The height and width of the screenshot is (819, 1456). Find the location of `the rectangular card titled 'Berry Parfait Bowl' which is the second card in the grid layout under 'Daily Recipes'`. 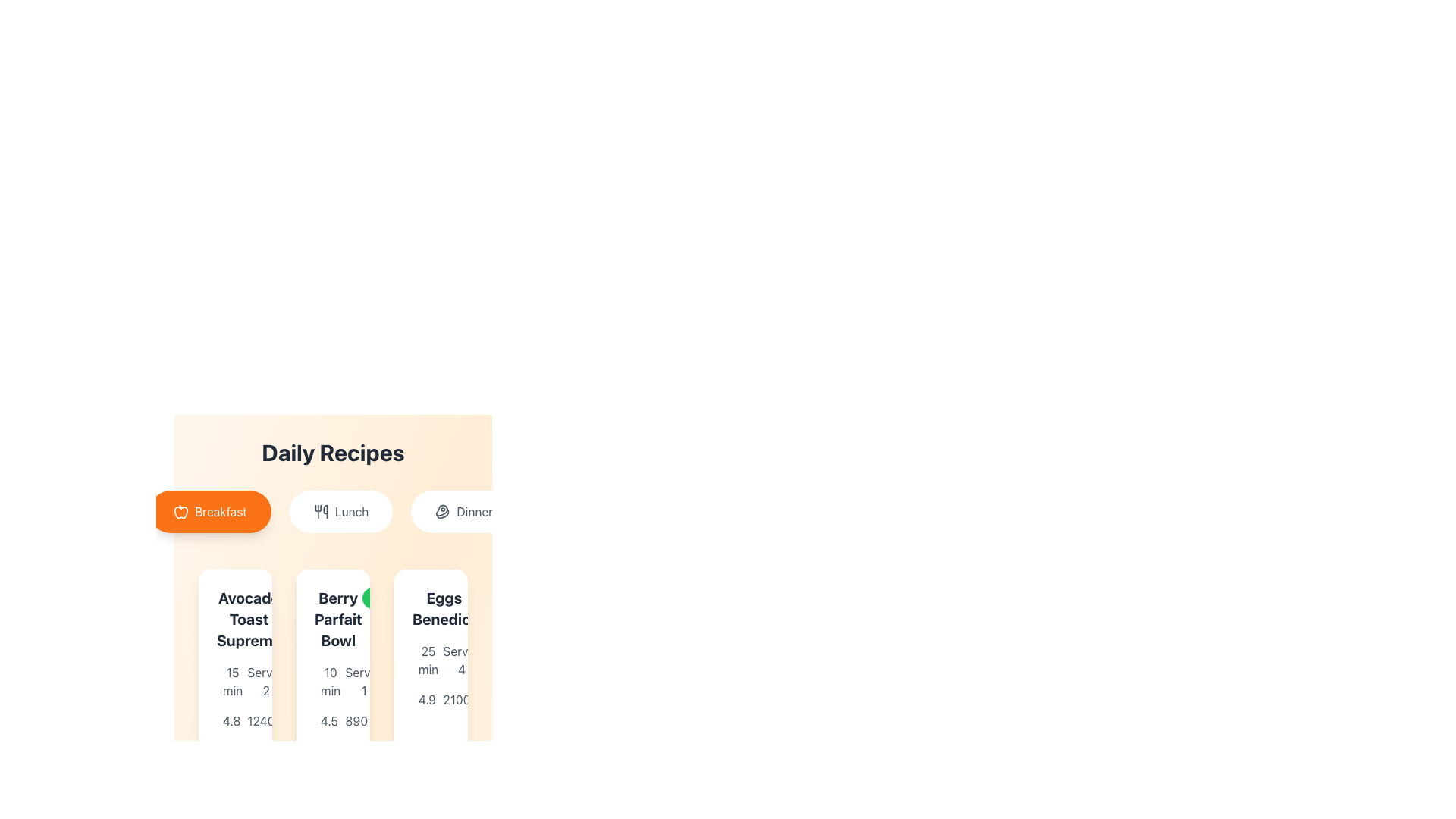

the rectangular card titled 'Berry Parfait Bowl' which is the second card in the grid layout under 'Daily Recipes' is located at coordinates (332, 667).